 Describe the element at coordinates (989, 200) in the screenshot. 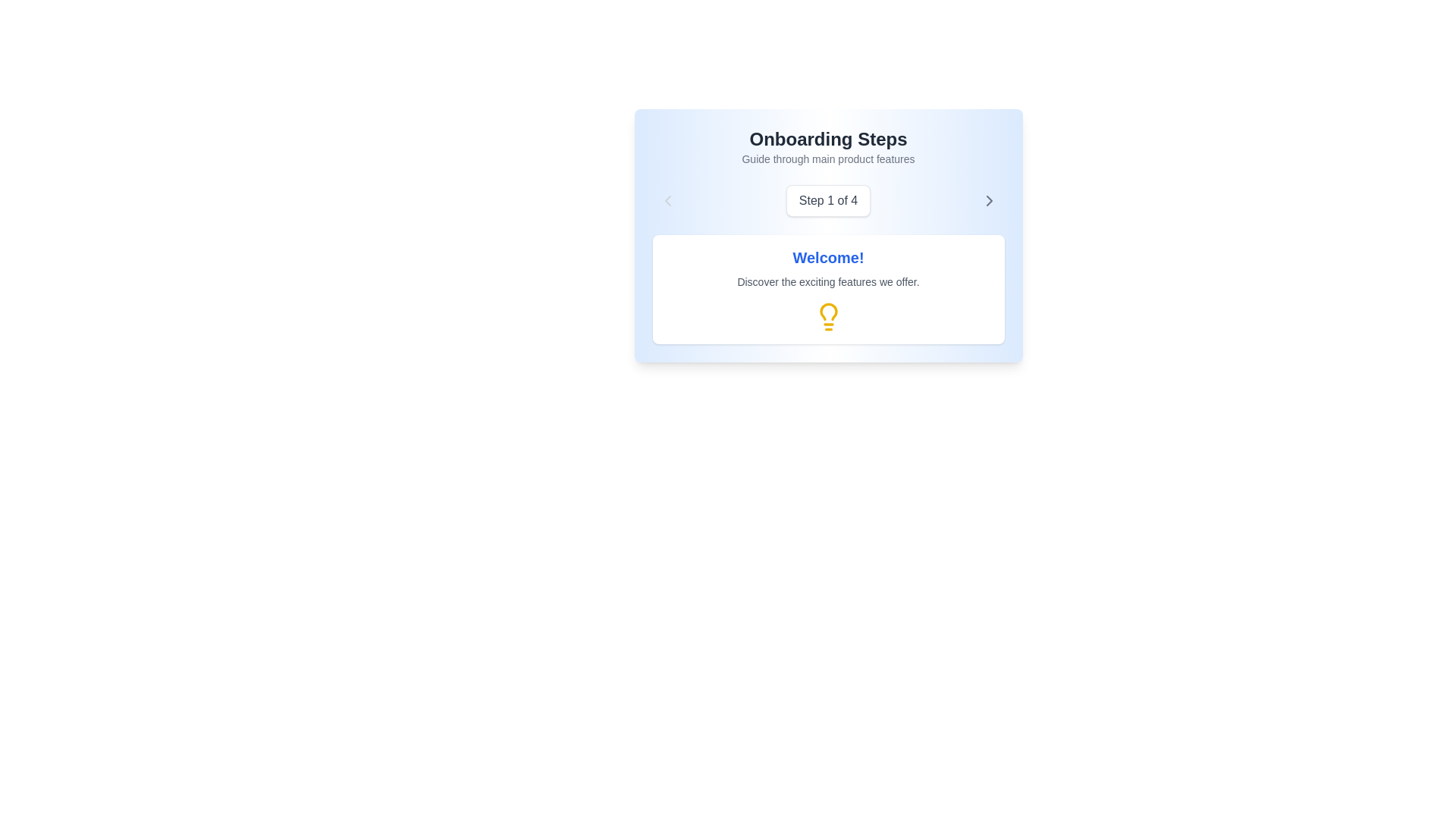

I see `the small button-like arrow with a chevron pointing right, located to the right of the 'Step 1 of 4' text` at that location.